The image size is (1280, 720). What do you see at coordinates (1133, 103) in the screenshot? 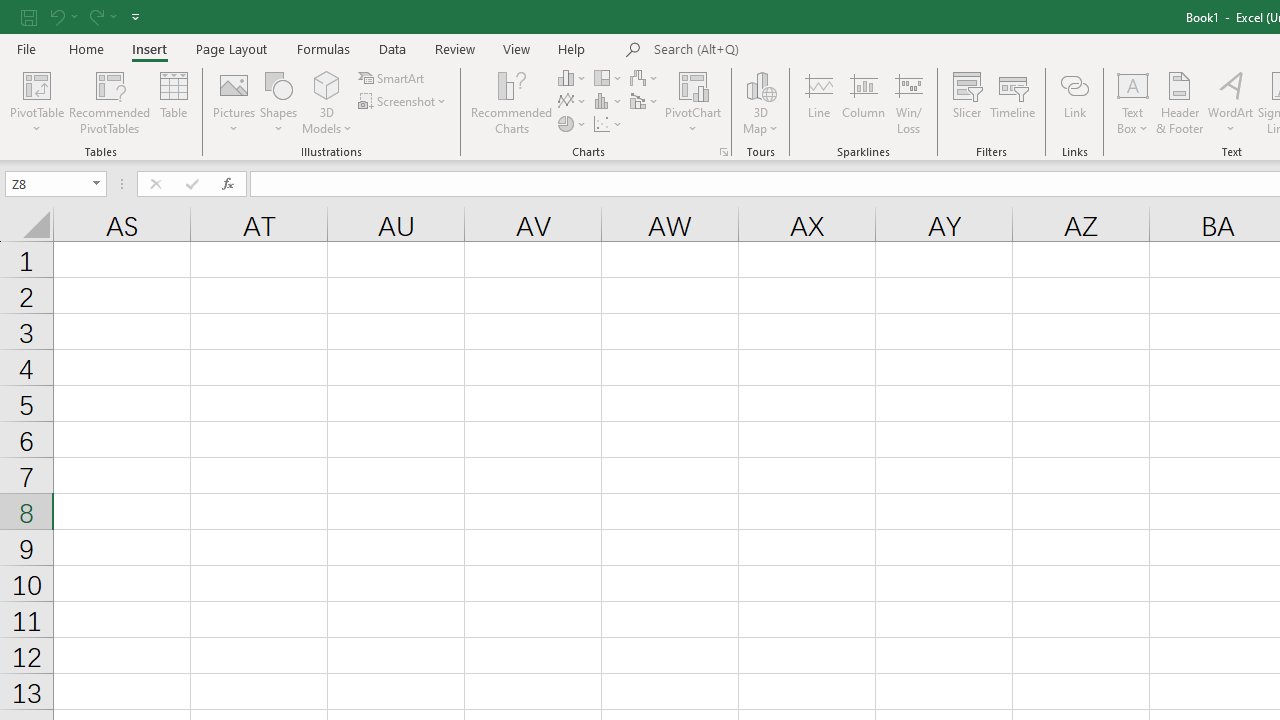
I see `'Text Box'` at bounding box center [1133, 103].